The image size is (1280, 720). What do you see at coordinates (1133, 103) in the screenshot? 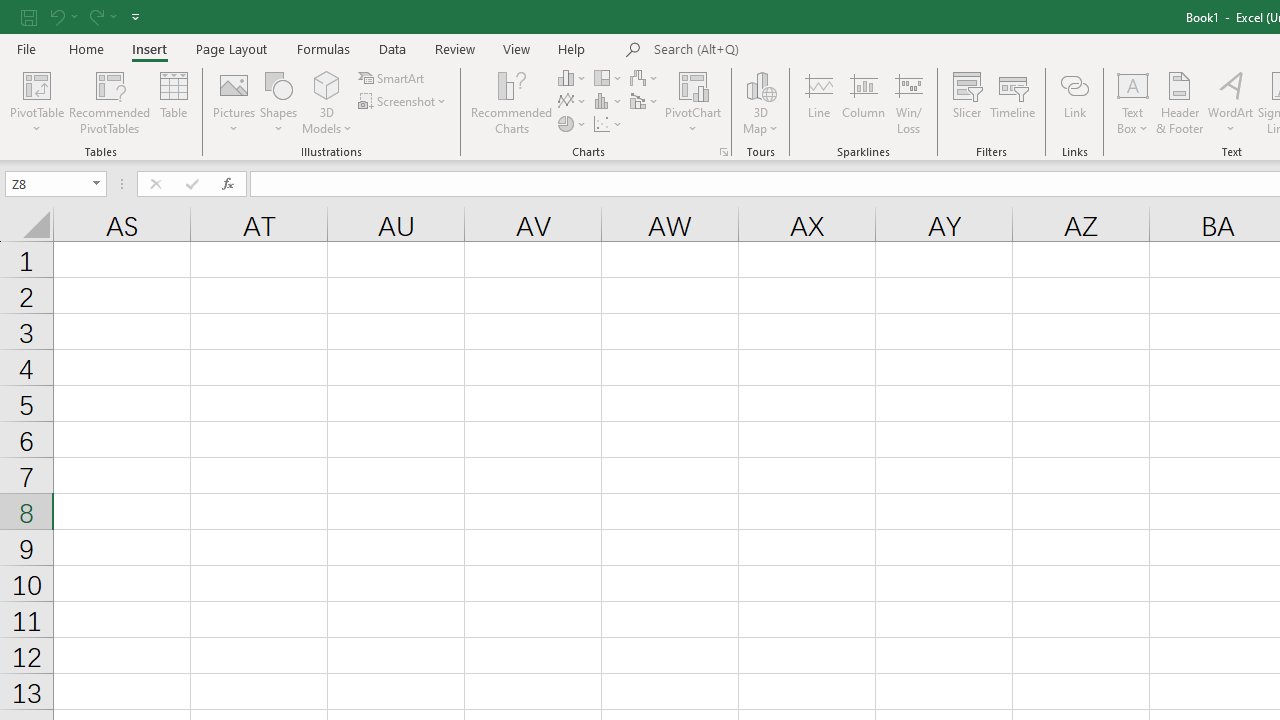
I see `'Text Box'` at bounding box center [1133, 103].